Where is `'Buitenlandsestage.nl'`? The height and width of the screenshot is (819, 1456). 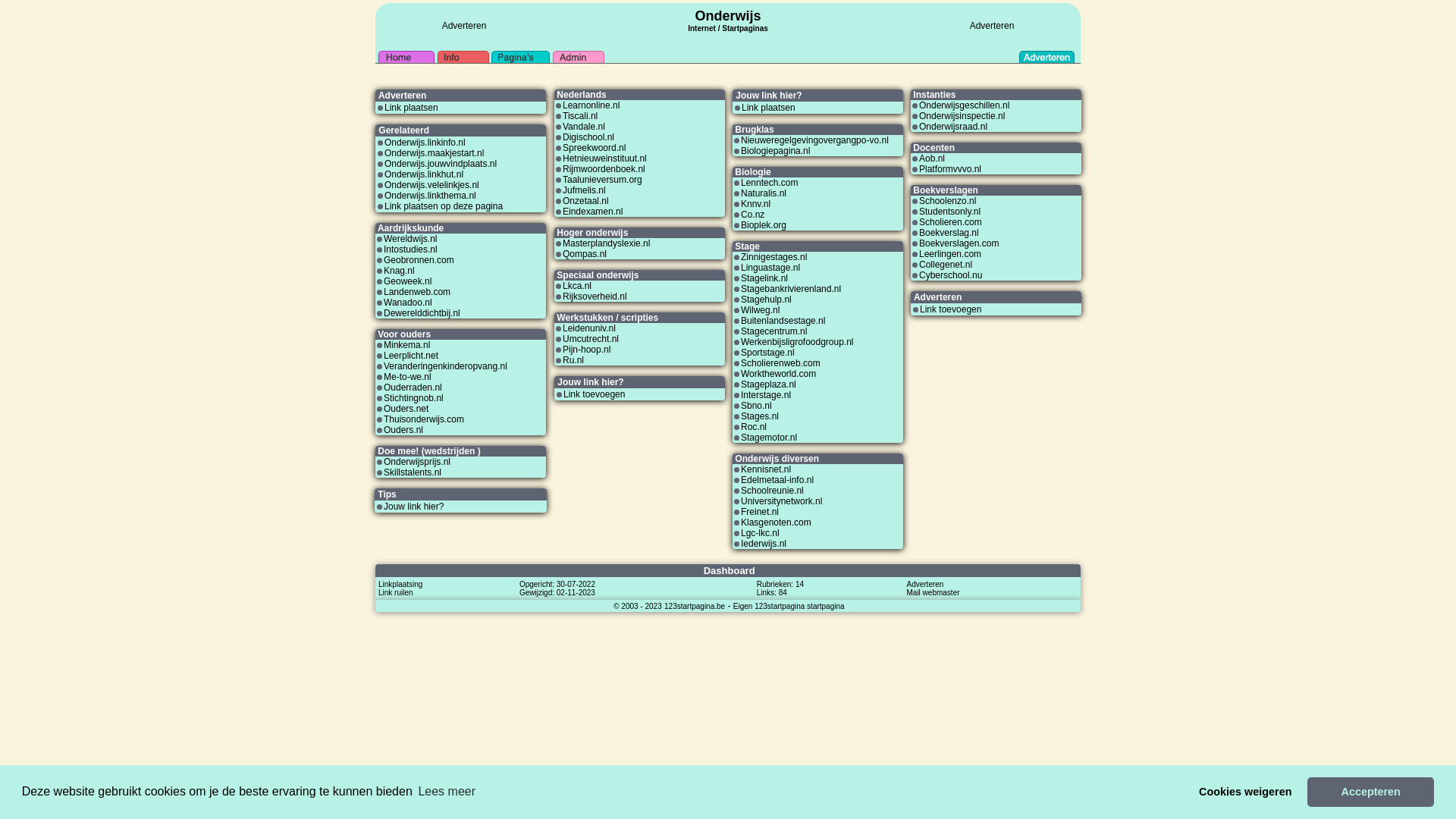
'Buitenlandsestage.nl' is located at coordinates (741, 320).